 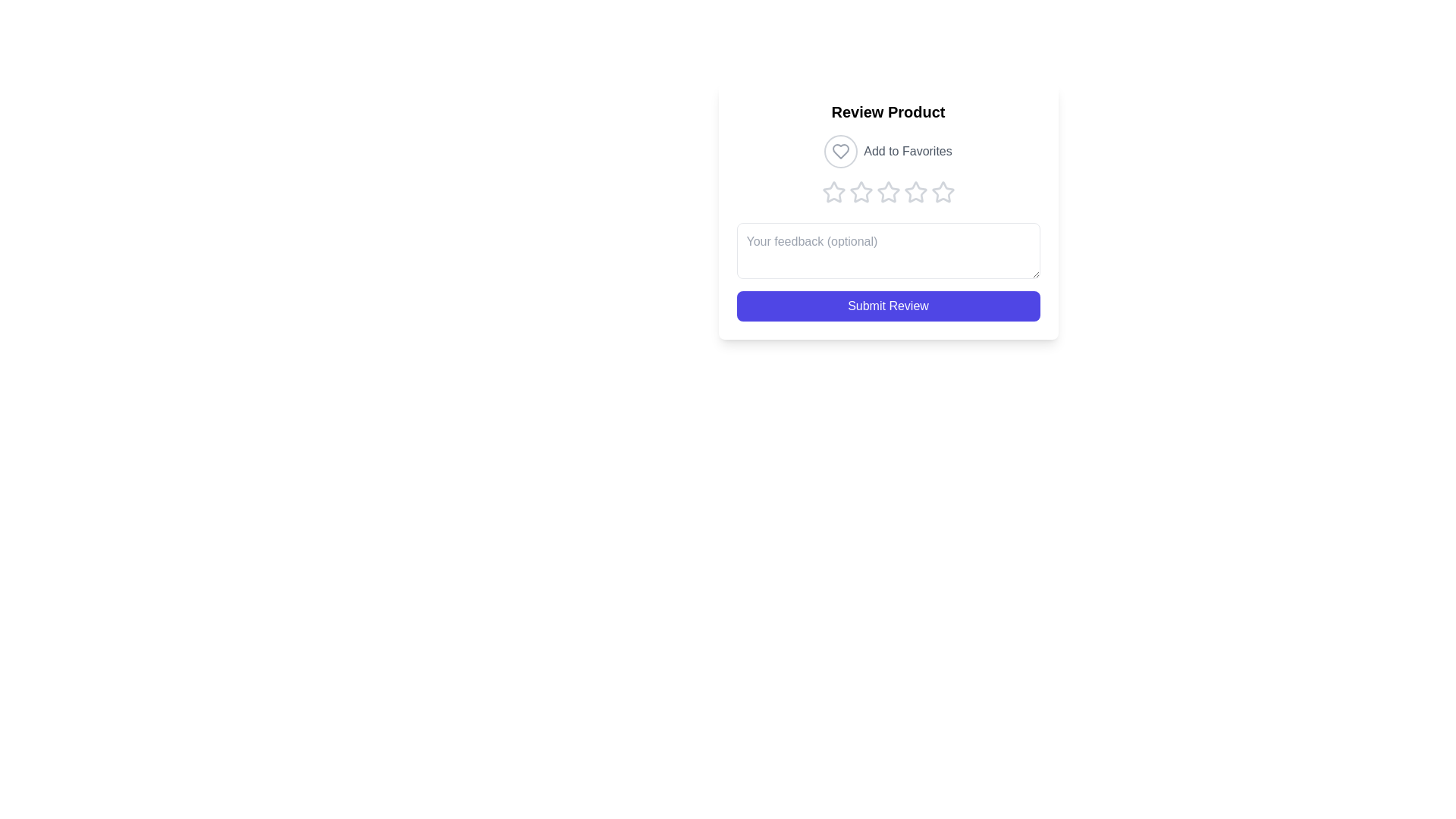 I want to click on the highlighted star-shaped icon in the rating system, which is the second star in a row of five, indicating a selected rating, so click(x=861, y=192).